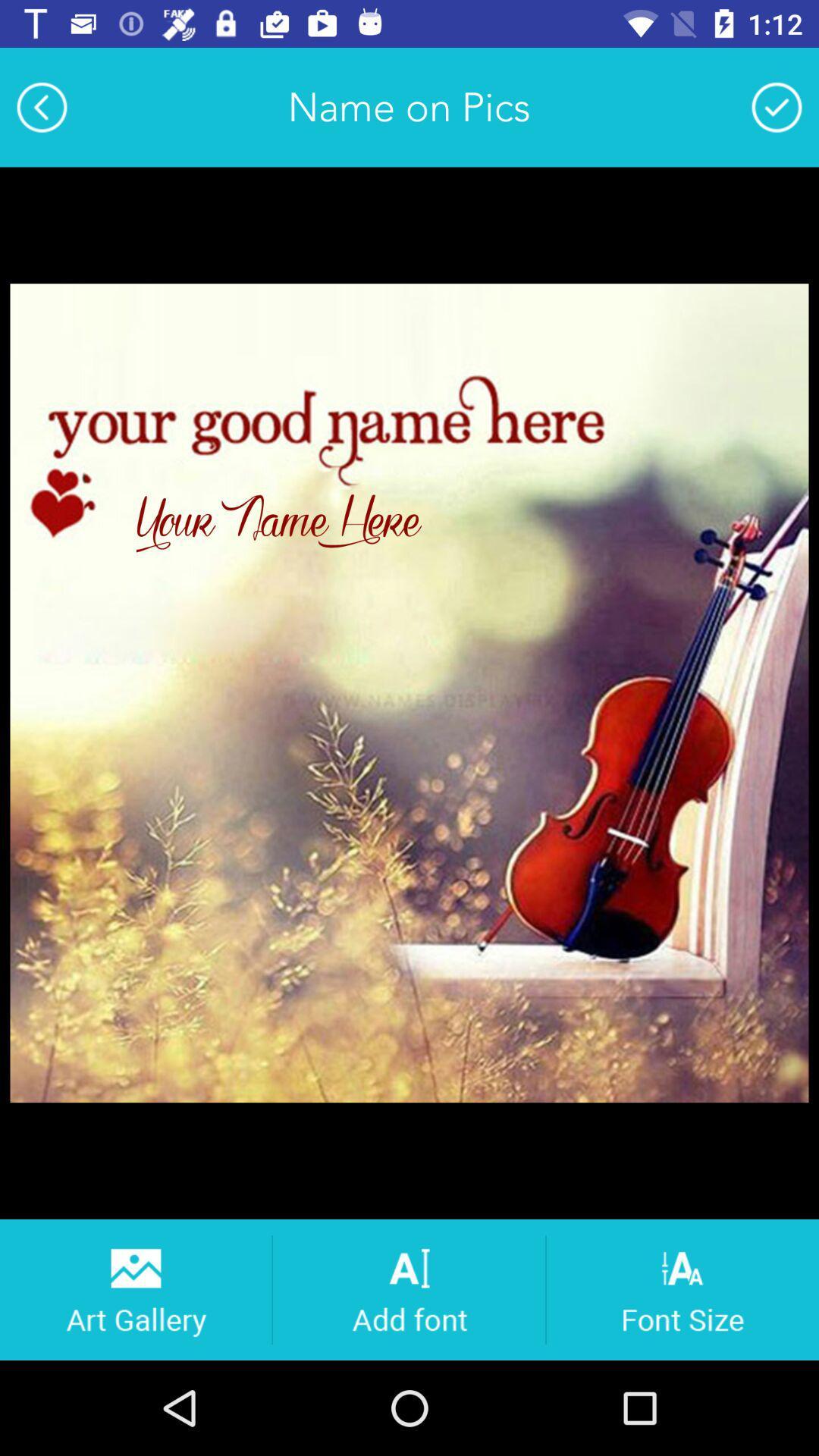 The width and height of the screenshot is (819, 1456). Describe the element at coordinates (777, 106) in the screenshot. I see `image` at that location.